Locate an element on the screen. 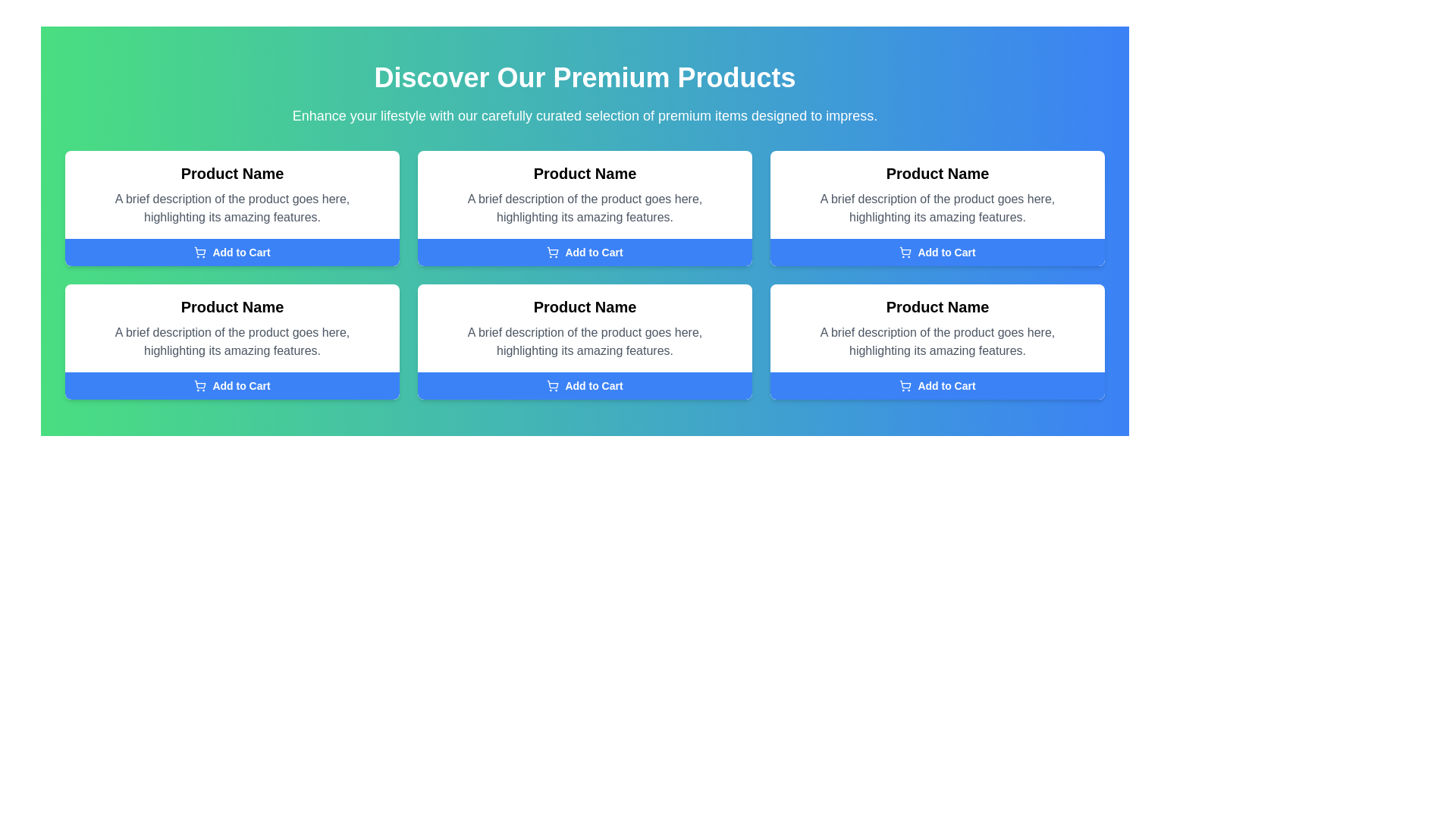 The image size is (1456, 819). the 'Add to Cart' button located at the bottom of the card layout in the top left corner is located at coordinates (231, 251).